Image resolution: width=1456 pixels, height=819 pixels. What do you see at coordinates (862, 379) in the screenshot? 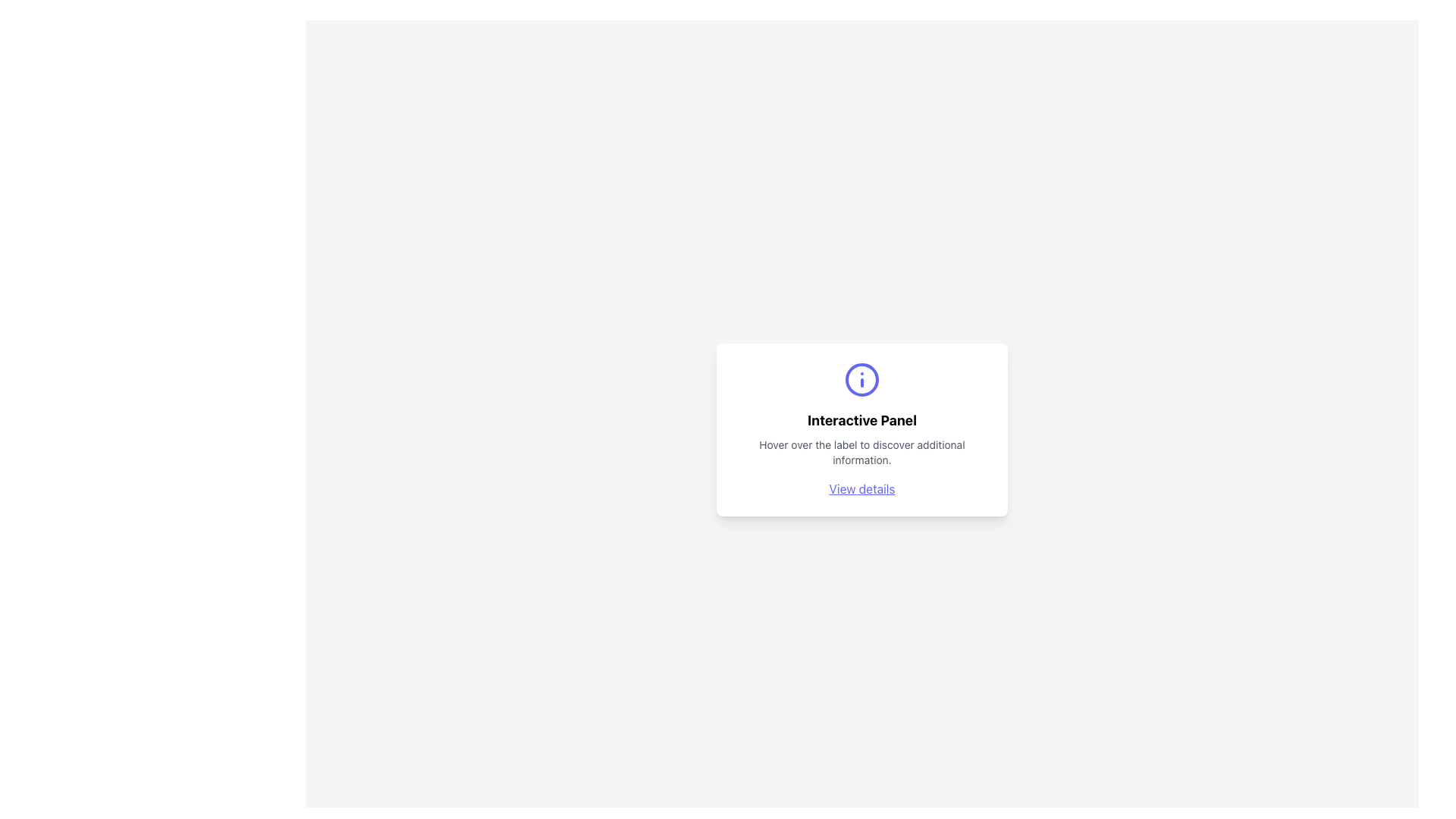
I see `the graphical circle that visually indicates the purpose of the associated panel within the information icon` at bounding box center [862, 379].